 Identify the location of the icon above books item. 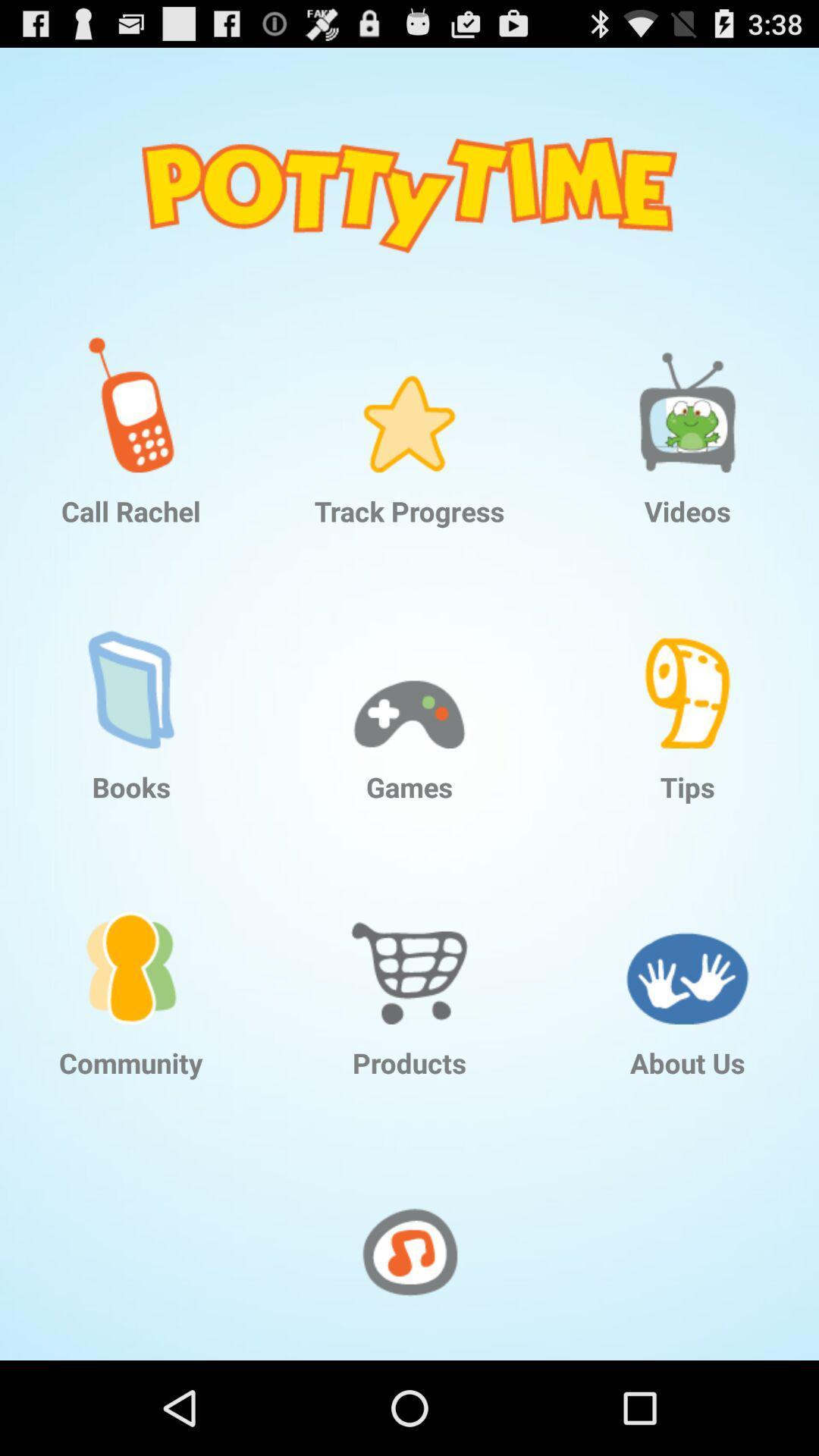
(130, 668).